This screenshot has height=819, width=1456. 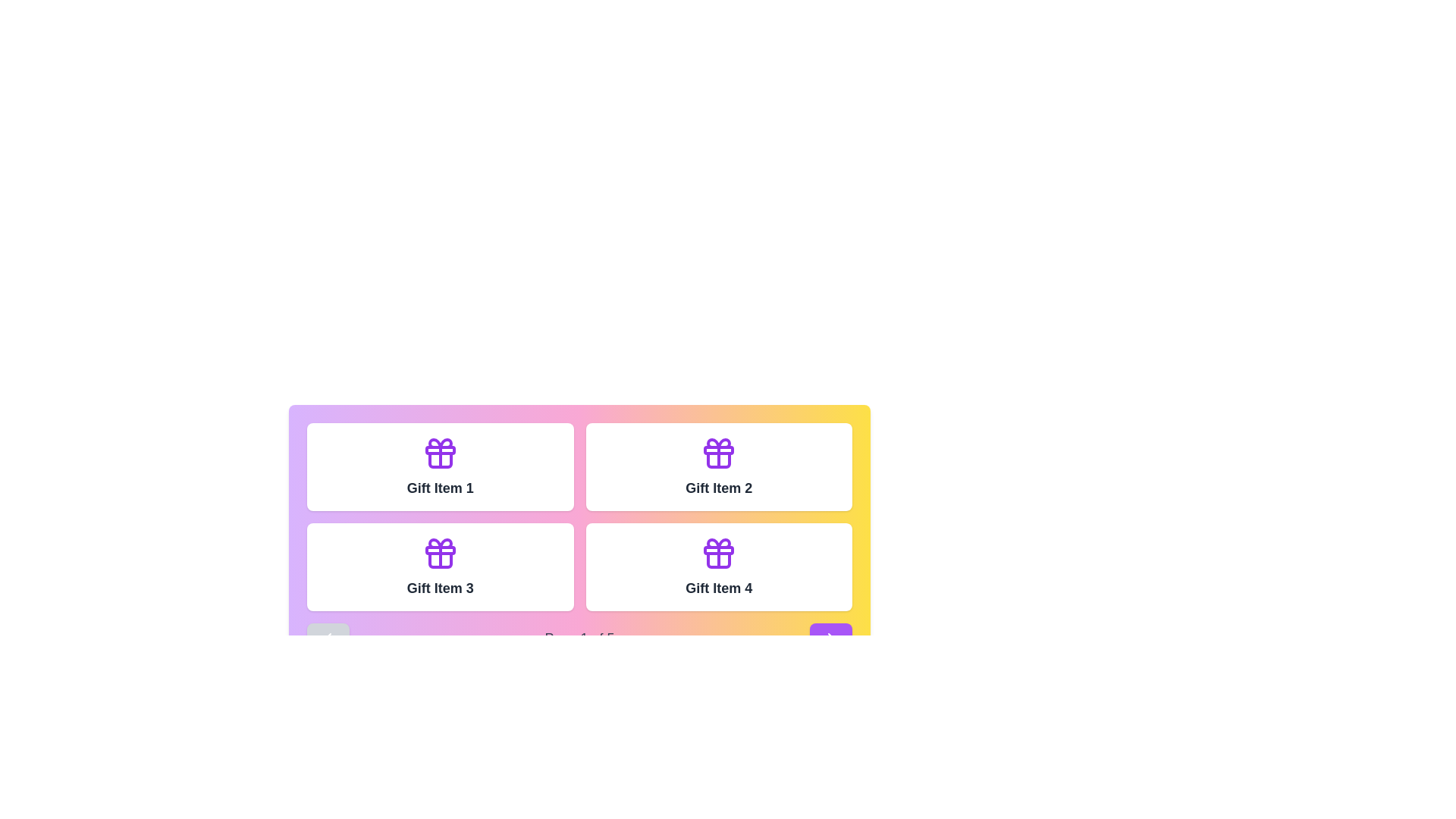 What do you see at coordinates (439, 553) in the screenshot?
I see `the purple gift box icon located above the label 'Gift Item 3' in the grid of white cards` at bounding box center [439, 553].